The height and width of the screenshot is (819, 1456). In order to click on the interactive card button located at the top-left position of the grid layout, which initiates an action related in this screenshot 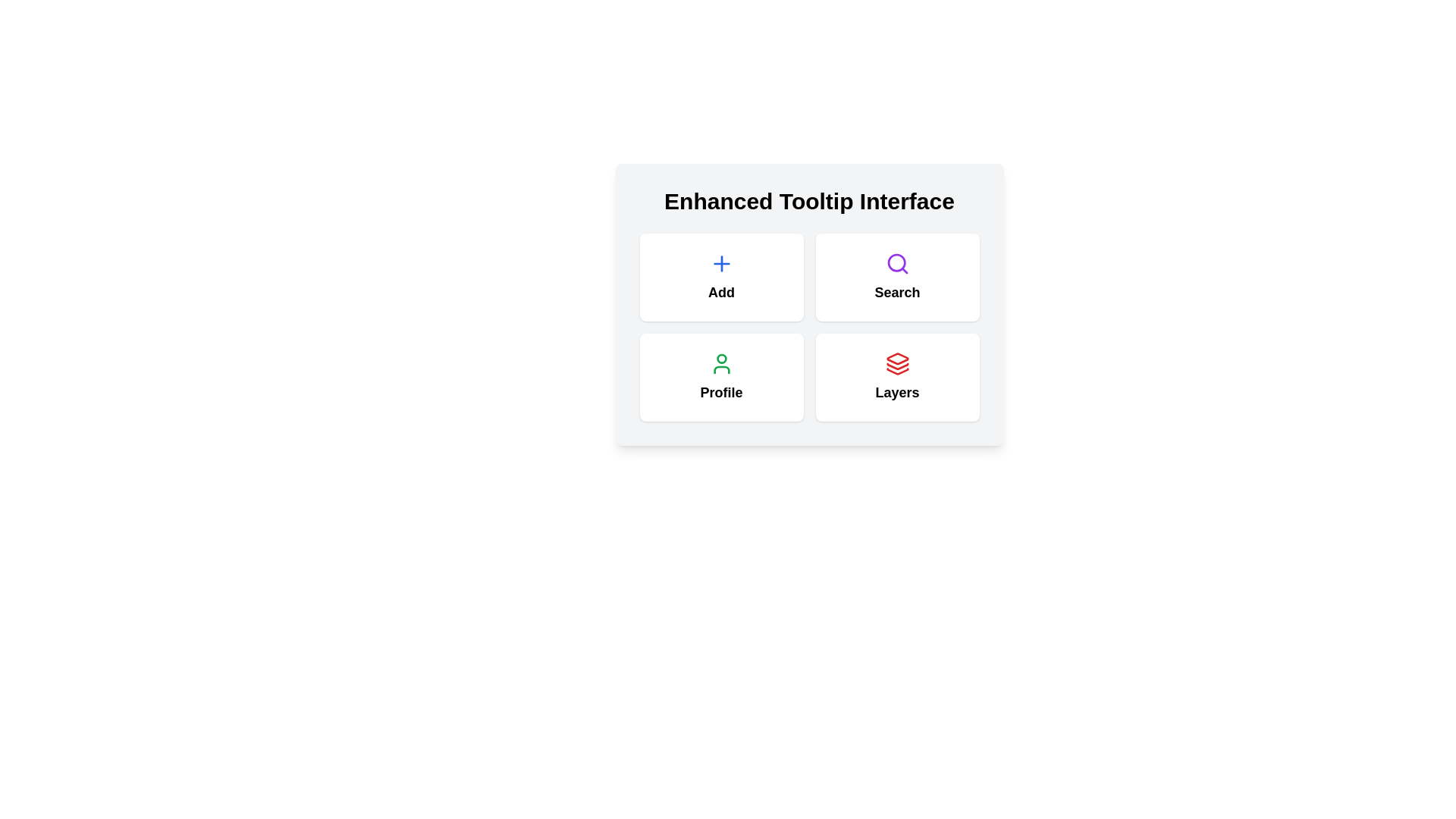, I will do `click(720, 278)`.